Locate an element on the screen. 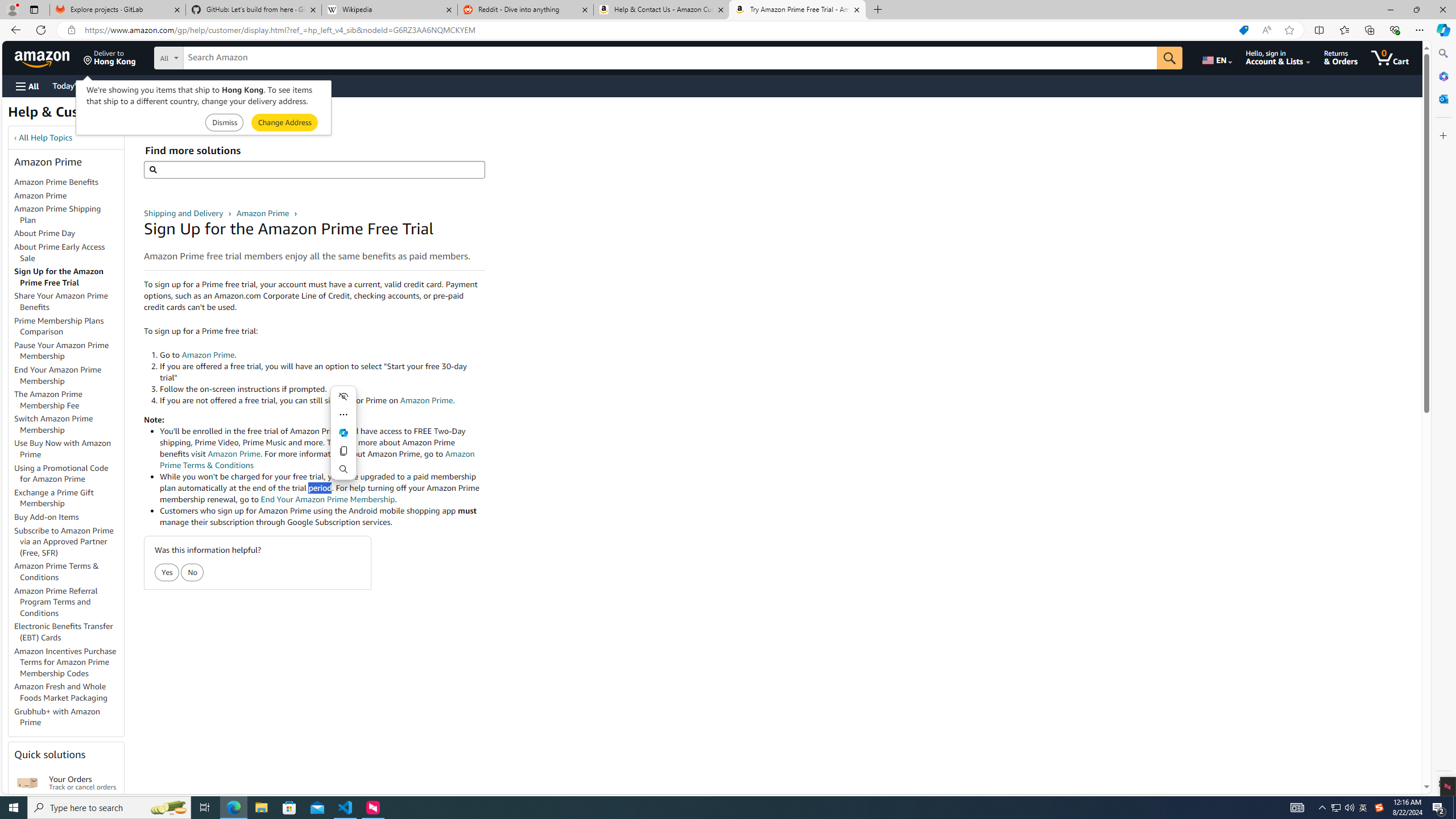 The width and height of the screenshot is (1456, 819). 'Switch Amazon Prime Membership' is located at coordinates (69, 424).